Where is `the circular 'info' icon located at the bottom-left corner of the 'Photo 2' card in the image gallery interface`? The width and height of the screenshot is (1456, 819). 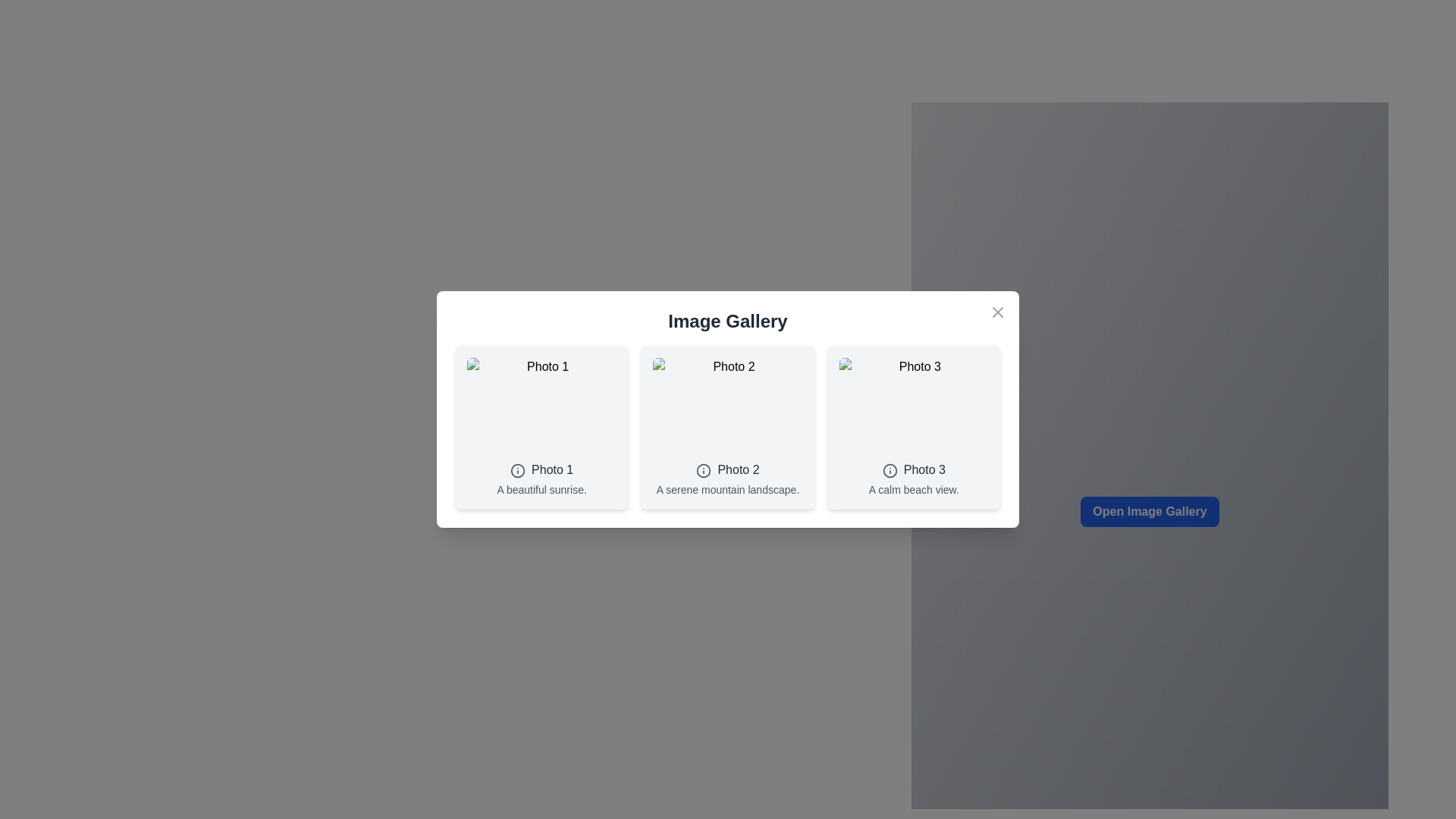 the circular 'info' icon located at the bottom-left corner of the 'Photo 2' card in the image gallery interface is located at coordinates (703, 469).